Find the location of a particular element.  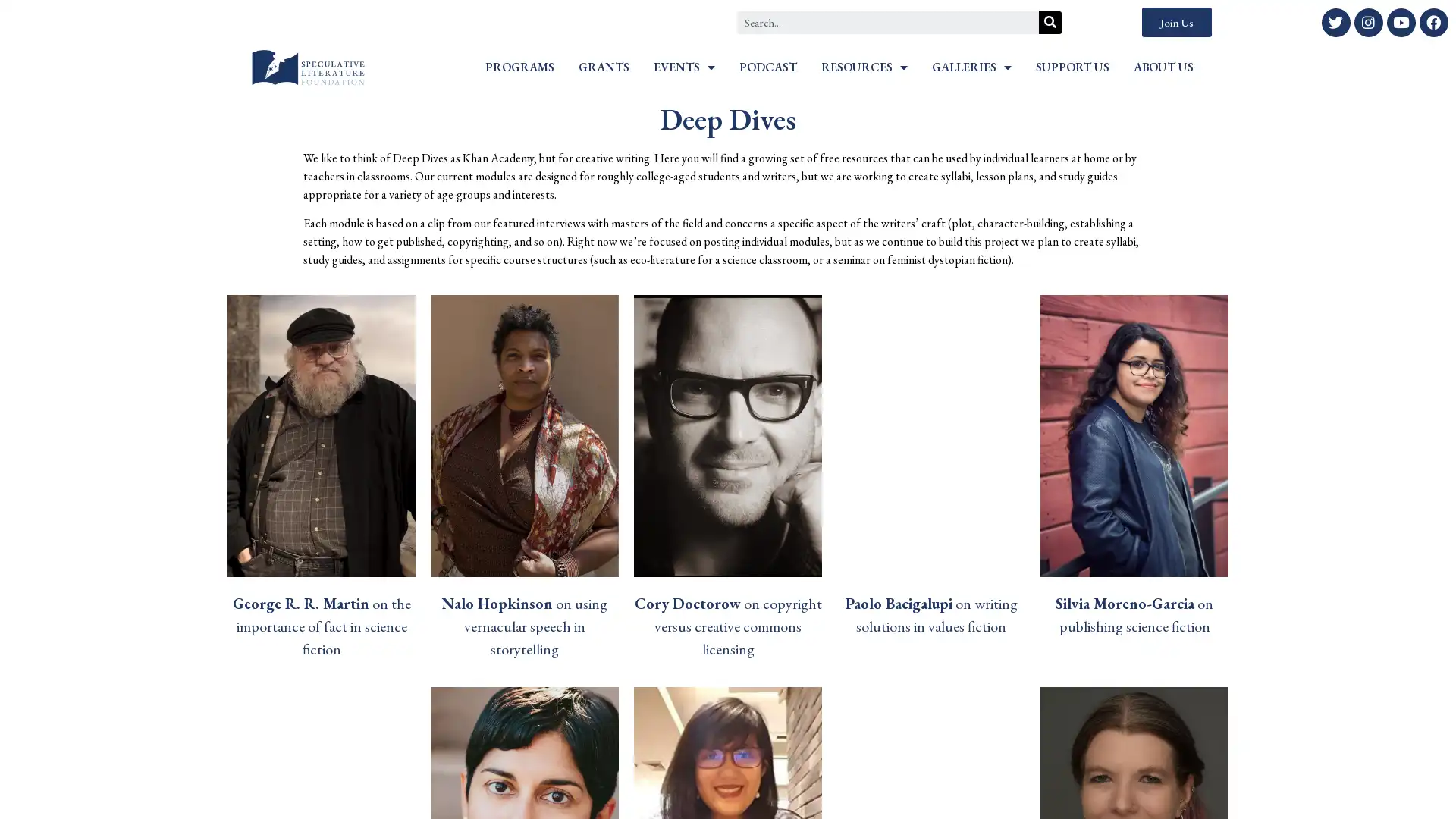

Search is located at coordinates (1050, 22).